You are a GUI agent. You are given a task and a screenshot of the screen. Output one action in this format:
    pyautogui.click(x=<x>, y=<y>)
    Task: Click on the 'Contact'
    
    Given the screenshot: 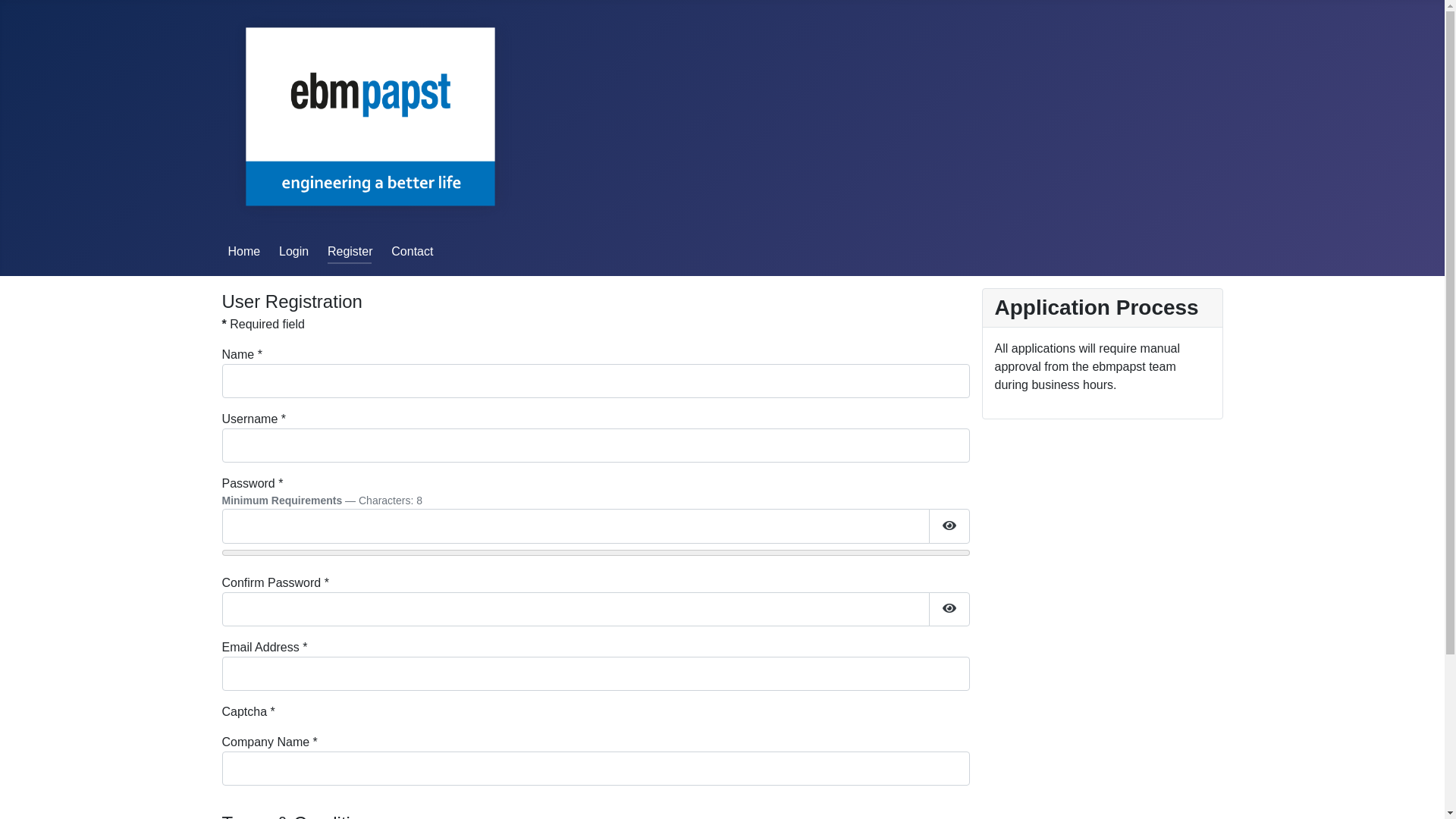 What is the action you would take?
    pyautogui.click(x=412, y=250)
    